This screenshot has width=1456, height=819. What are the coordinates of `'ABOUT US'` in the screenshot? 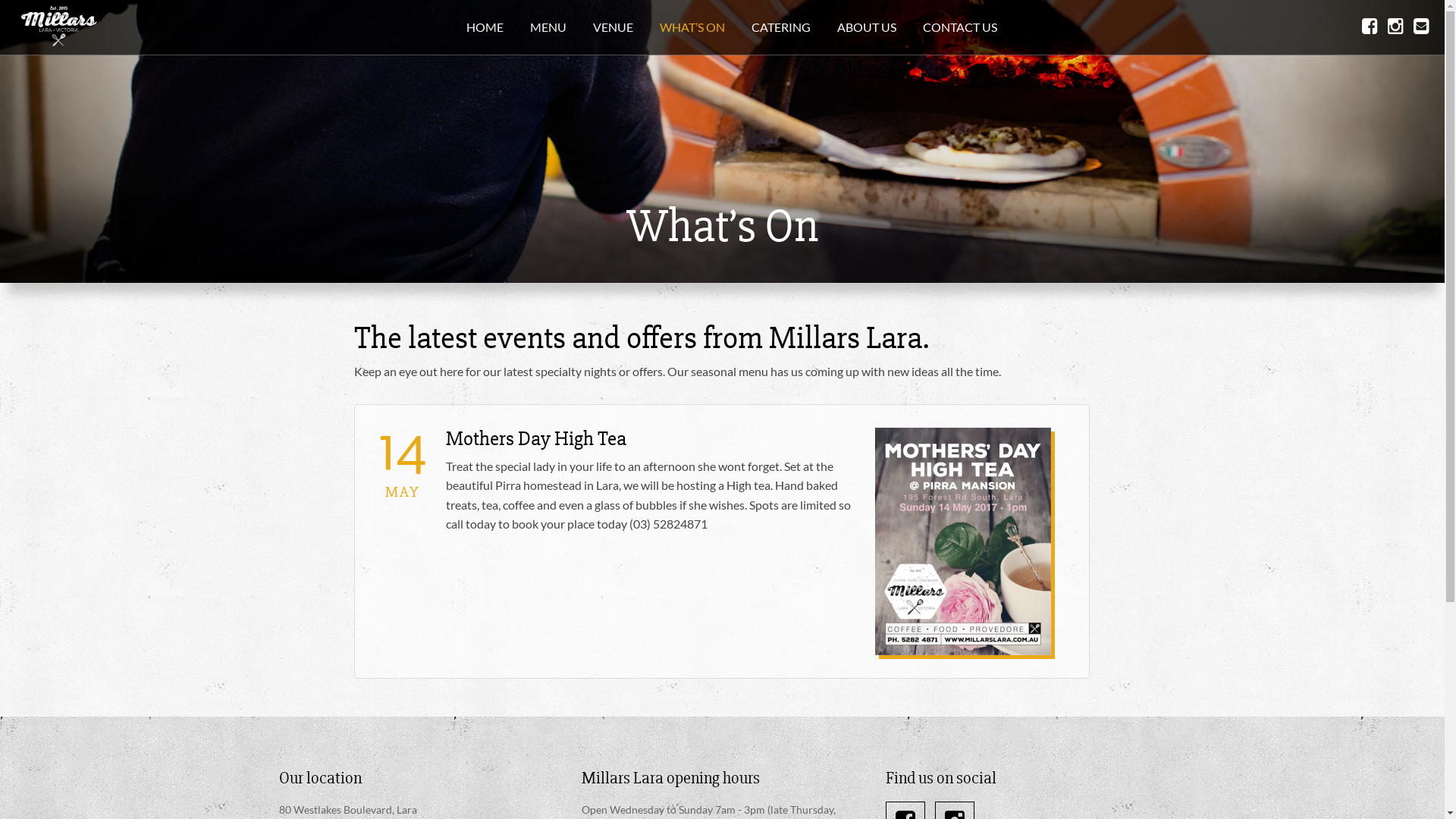 It's located at (866, 27).